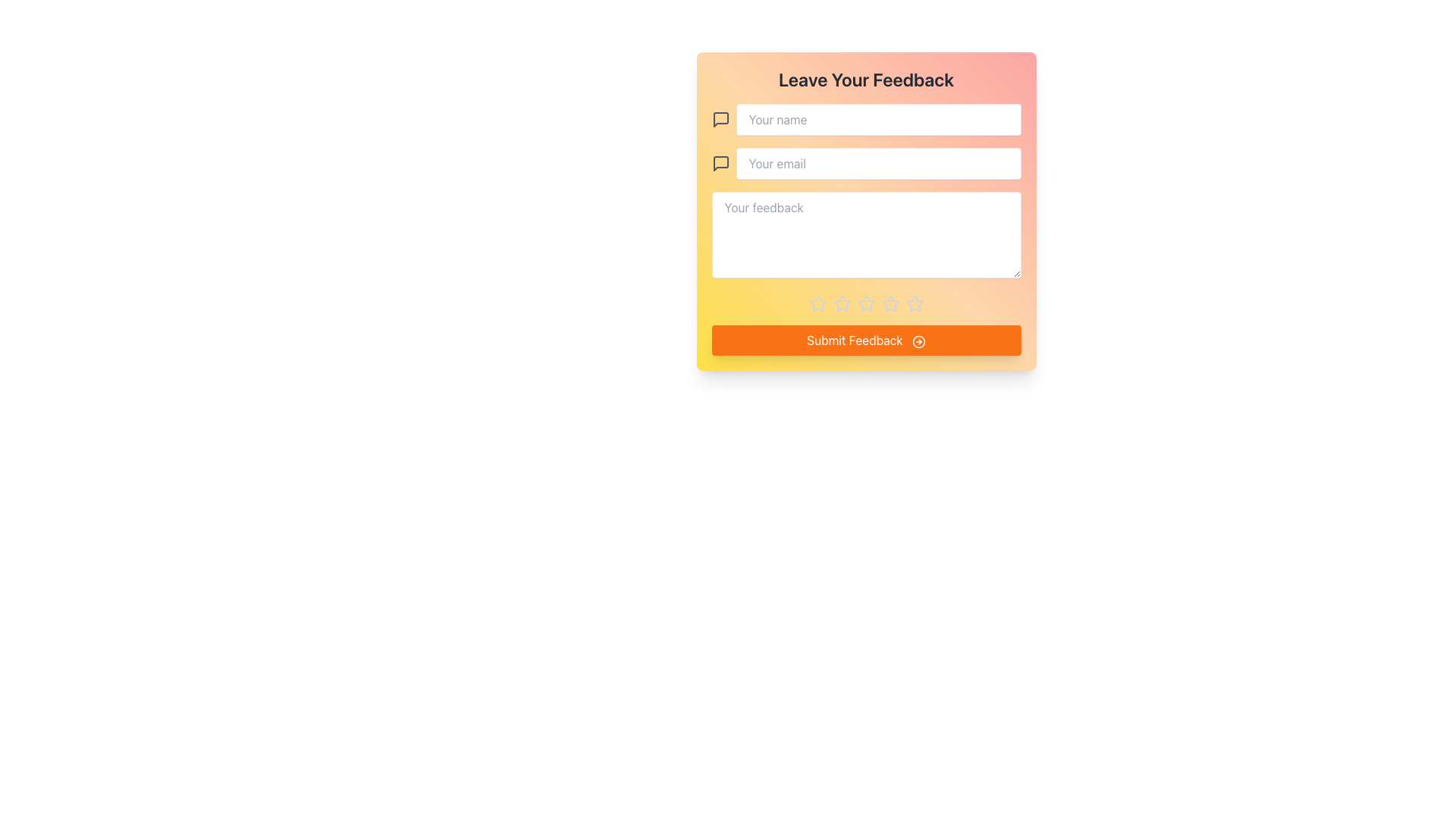  Describe the element at coordinates (918, 341) in the screenshot. I see `the Circle (SVG Element) that is part of the 'circle-arrow-right' icon, located near the bottom-right corner of the 'Submit Feedback' button` at that location.